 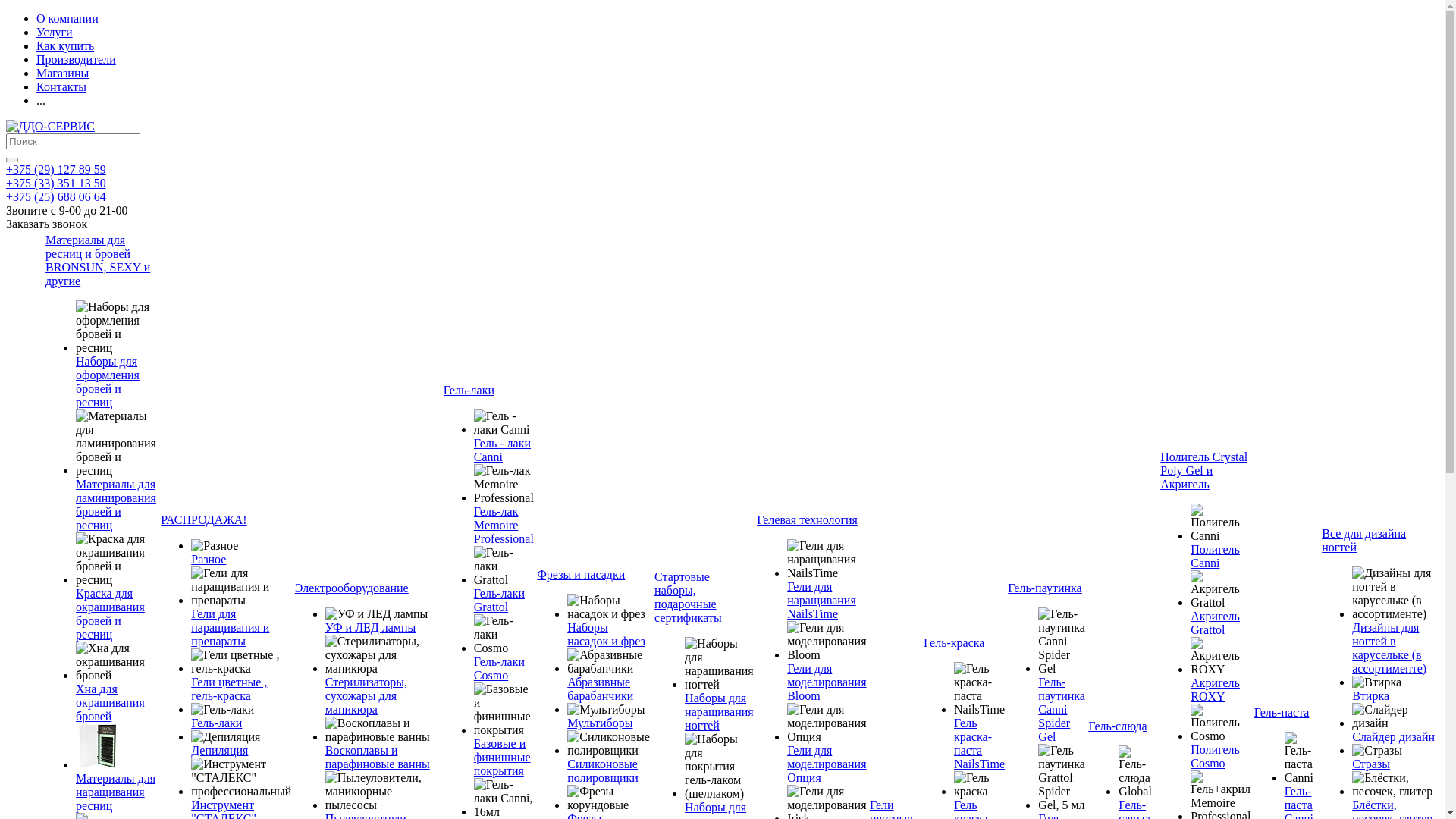 What do you see at coordinates (55, 169) in the screenshot?
I see `'+375 (29) 127 89 59'` at bounding box center [55, 169].